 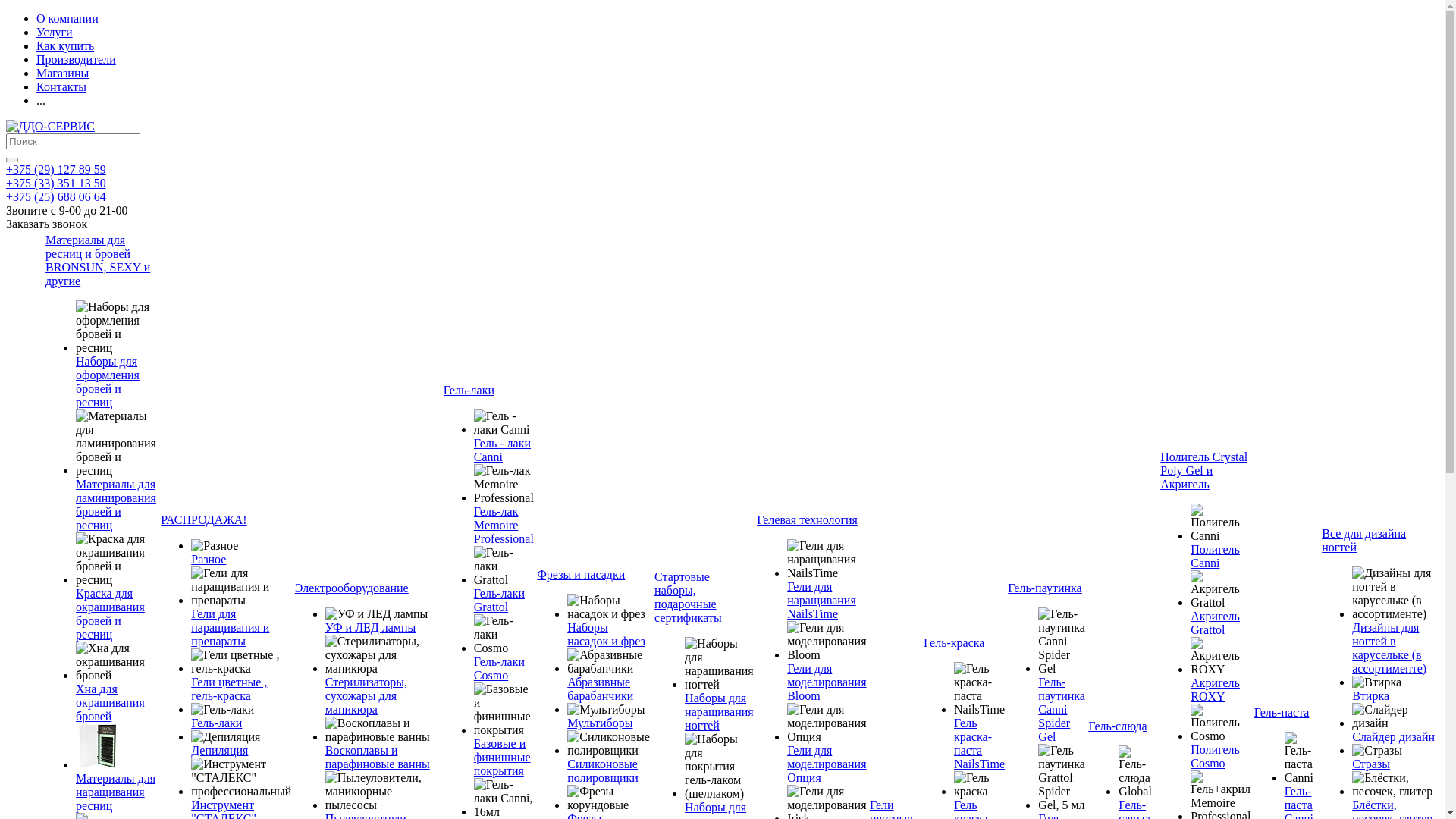 What do you see at coordinates (55, 169) in the screenshot?
I see `'+375 (29) 127 89 59'` at bounding box center [55, 169].